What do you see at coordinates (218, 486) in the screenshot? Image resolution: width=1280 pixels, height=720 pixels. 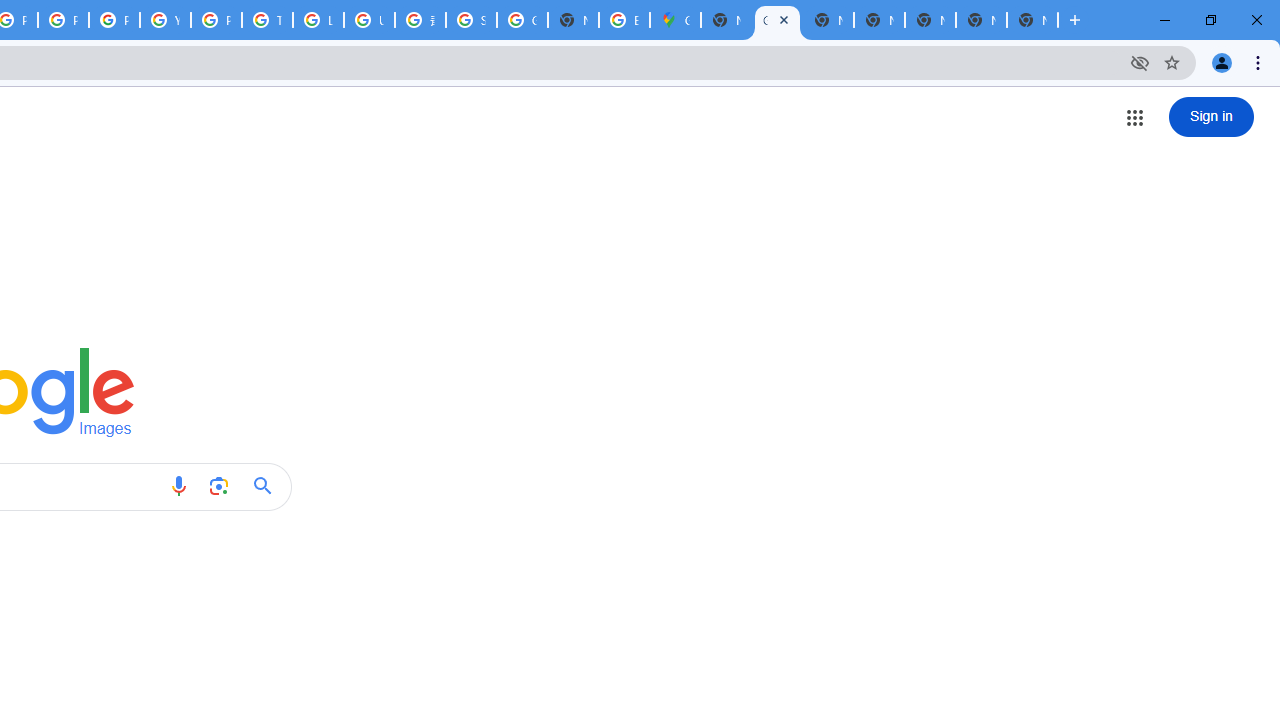 I see `'Search by image'` at bounding box center [218, 486].